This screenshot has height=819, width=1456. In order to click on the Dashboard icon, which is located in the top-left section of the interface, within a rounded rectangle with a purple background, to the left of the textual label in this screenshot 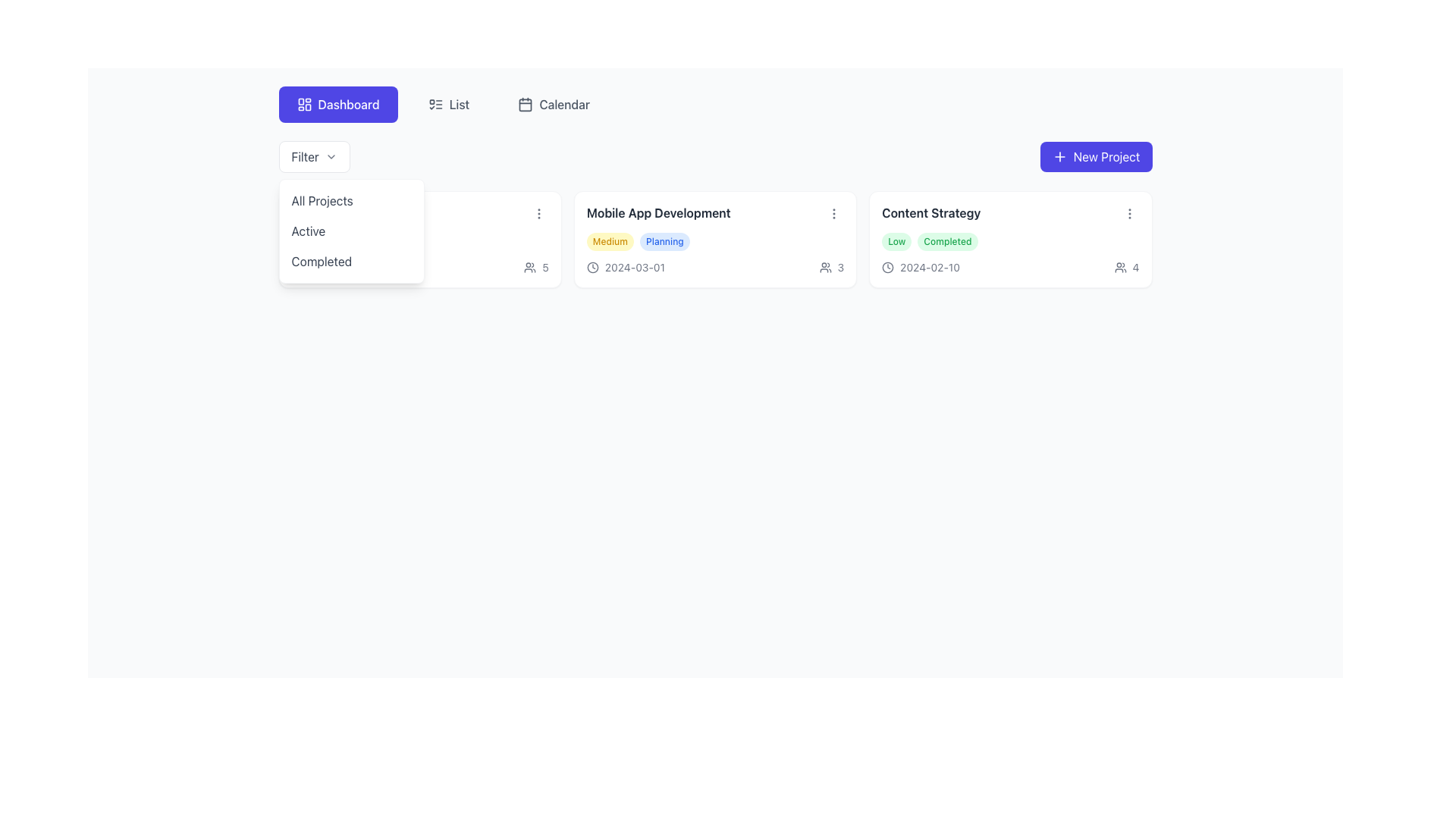, I will do `click(303, 104)`.